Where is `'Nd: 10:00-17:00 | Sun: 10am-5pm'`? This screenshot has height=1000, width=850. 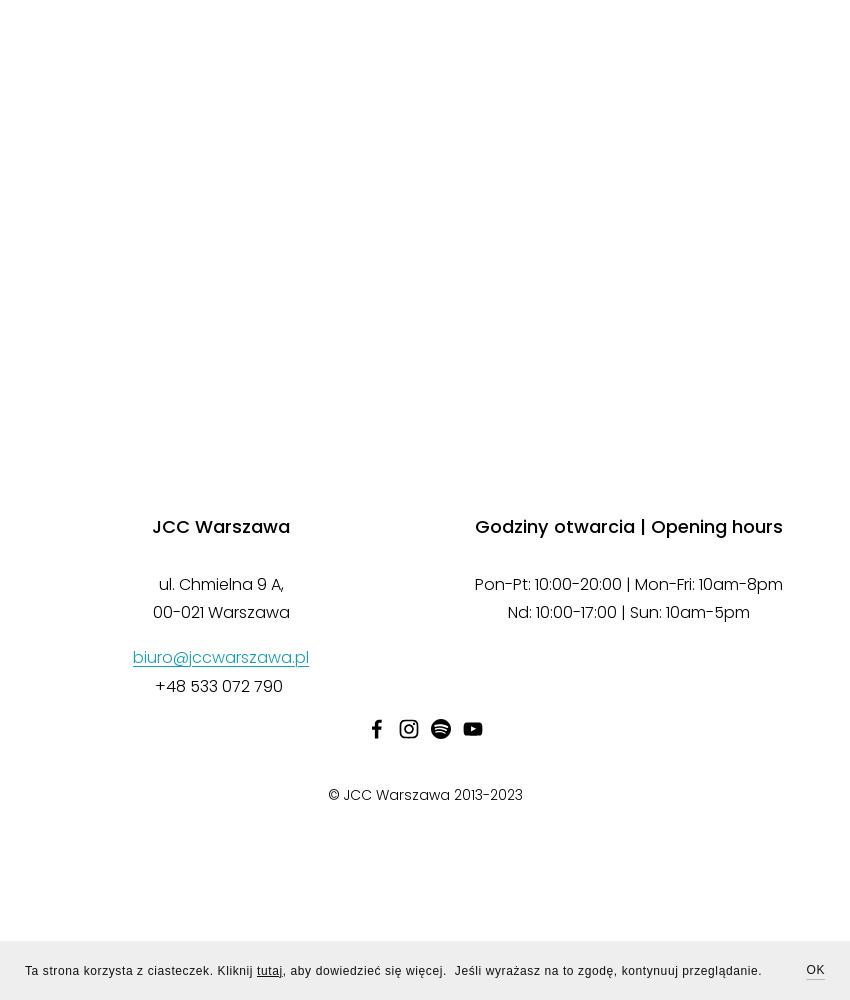 'Nd: 10:00-17:00 | Sun: 10am-5pm' is located at coordinates (628, 611).